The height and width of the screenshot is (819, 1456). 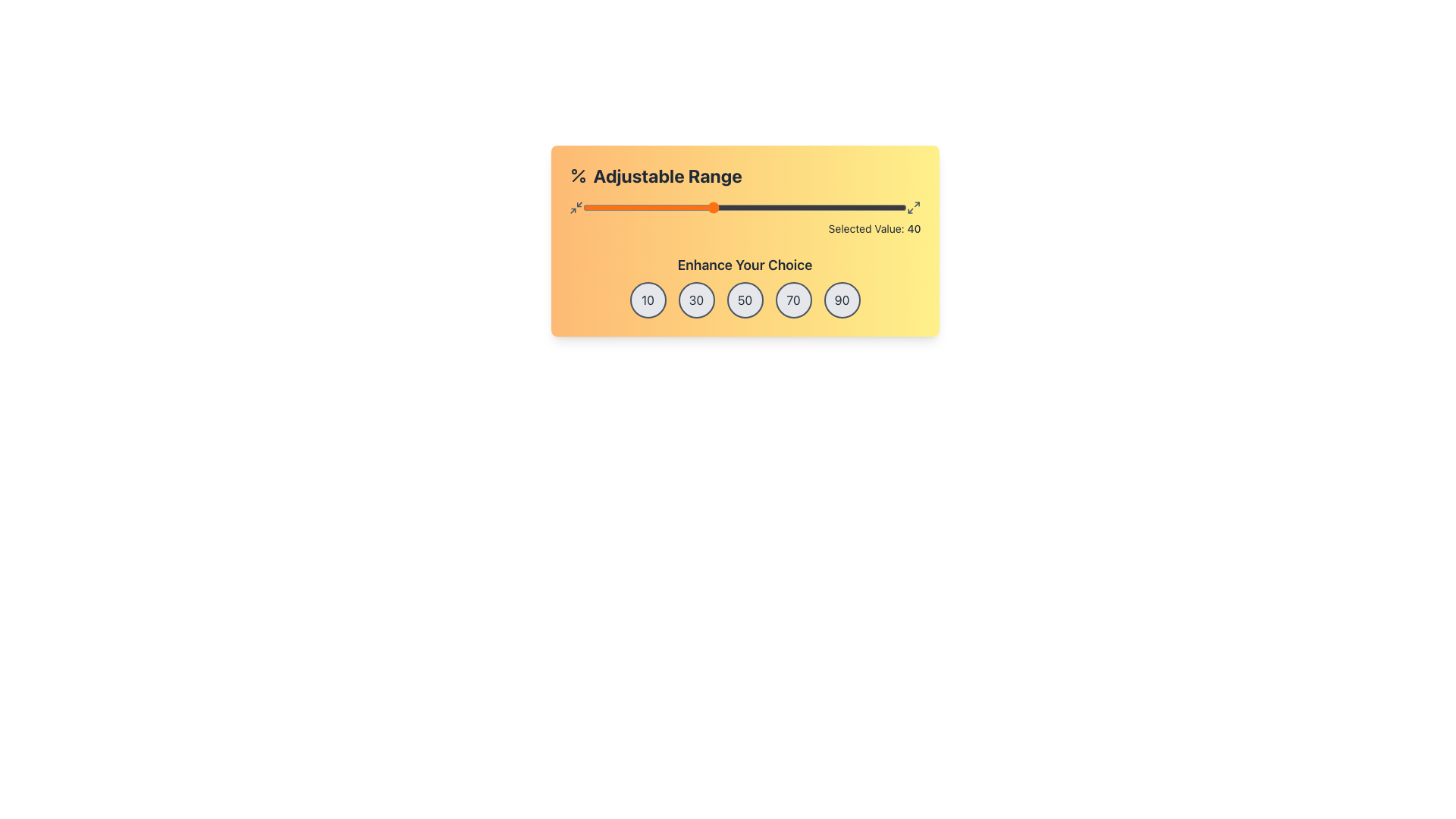 What do you see at coordinates (745, 300) in the screenshot?
I see `the third circular button from the left, which allows selection of the value '50', located below the slider component` at bounding box center [745, 300].